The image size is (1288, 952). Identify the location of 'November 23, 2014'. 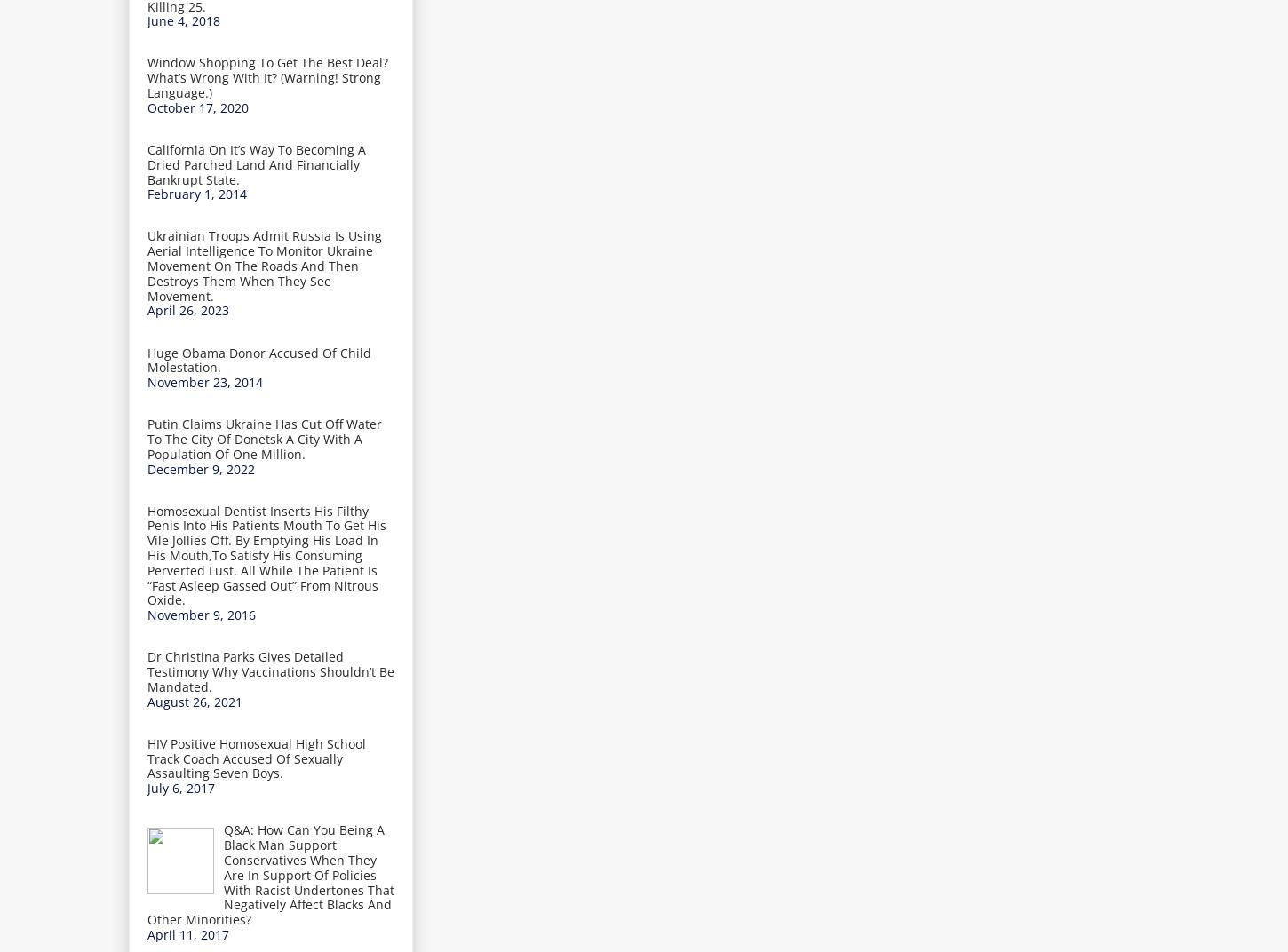
(203, 381).